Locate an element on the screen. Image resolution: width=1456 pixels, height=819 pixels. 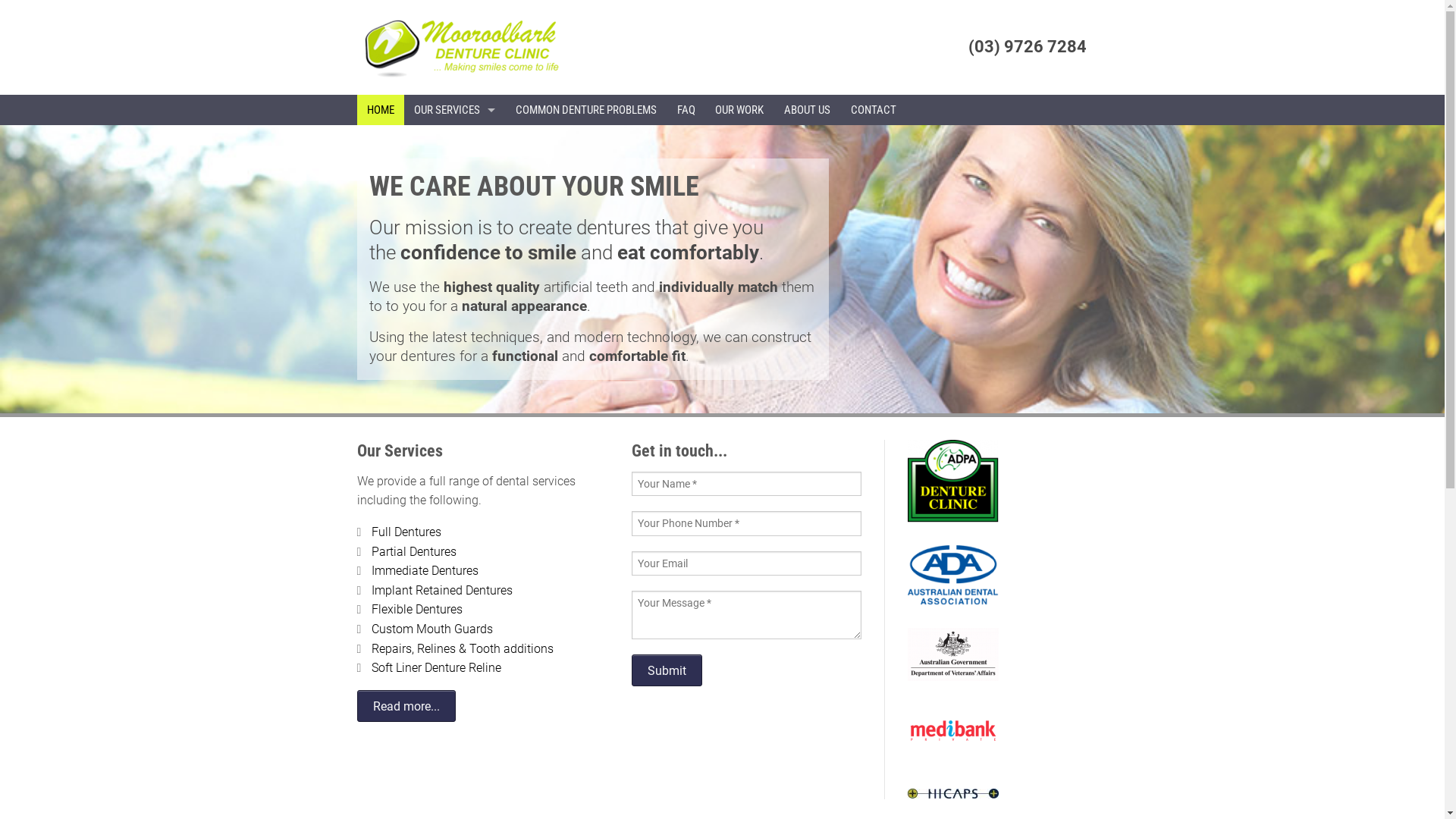
'CONTACT' is located at coordinates (839, 109).